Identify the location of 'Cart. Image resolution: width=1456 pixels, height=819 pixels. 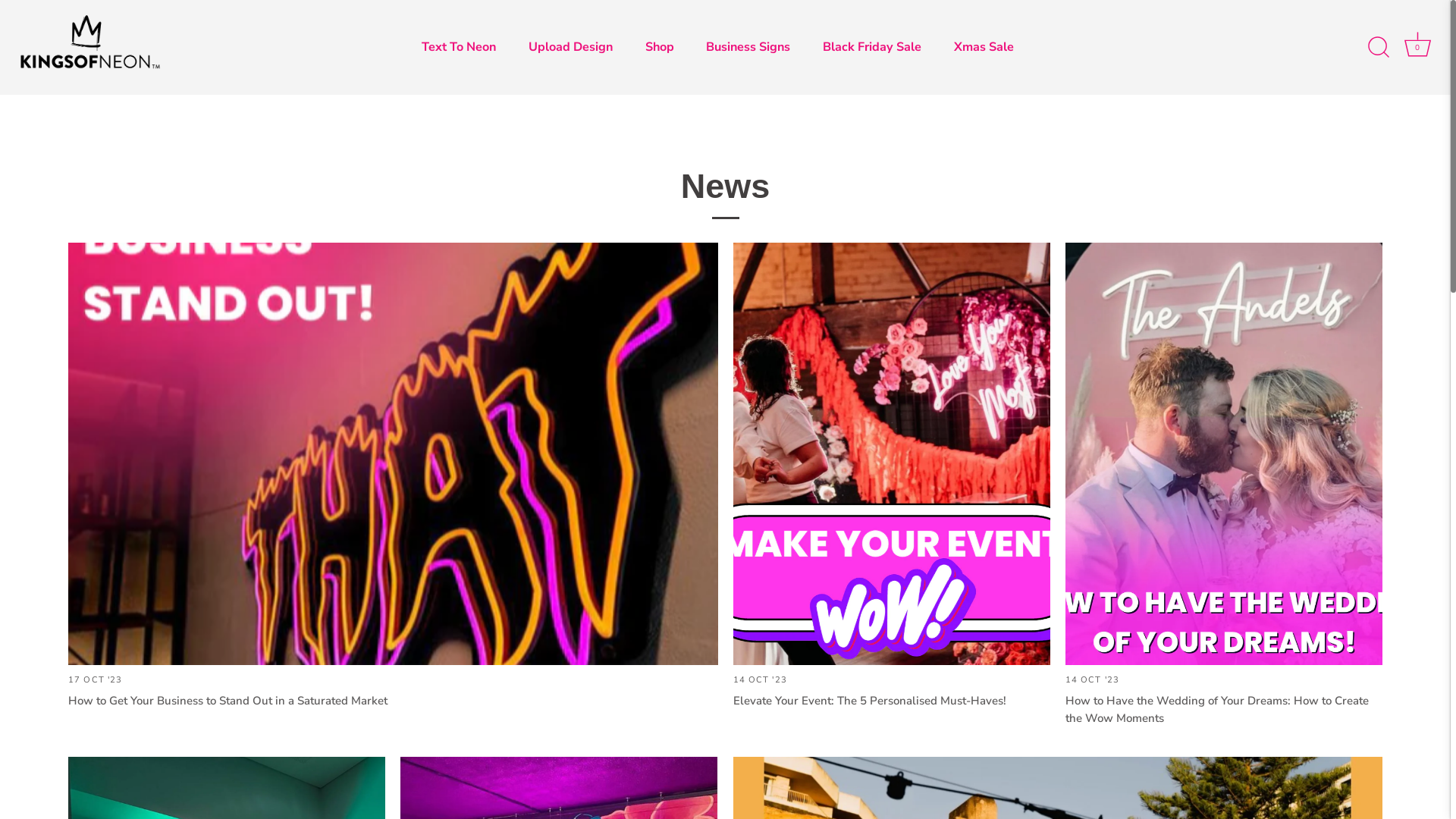
(1400, 46).